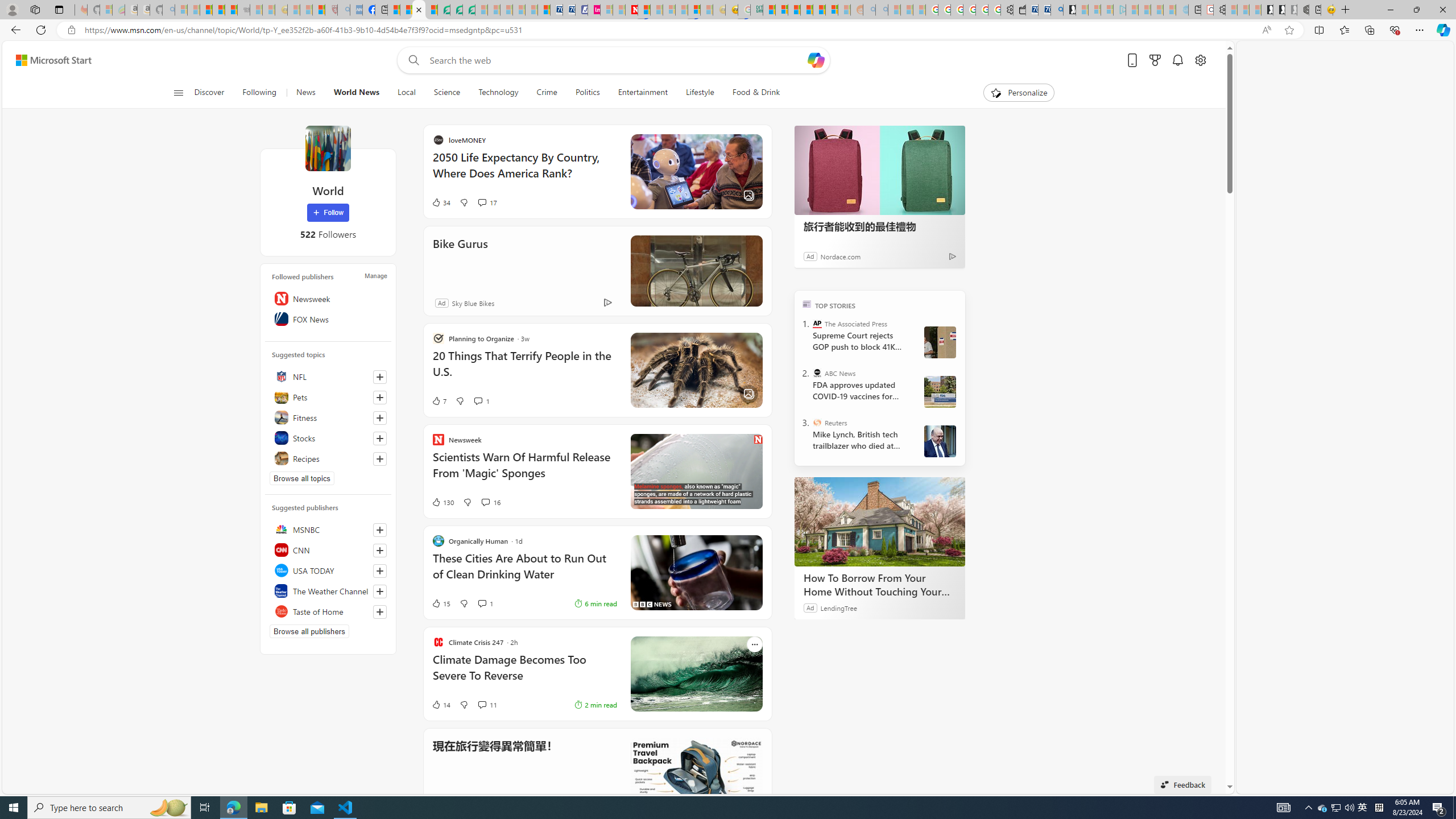 The image size is (1456, 819). What do you see at coordinates (327, 458) in the screenshot?
I see `'Recipes'` at bounding box center [327, 458].